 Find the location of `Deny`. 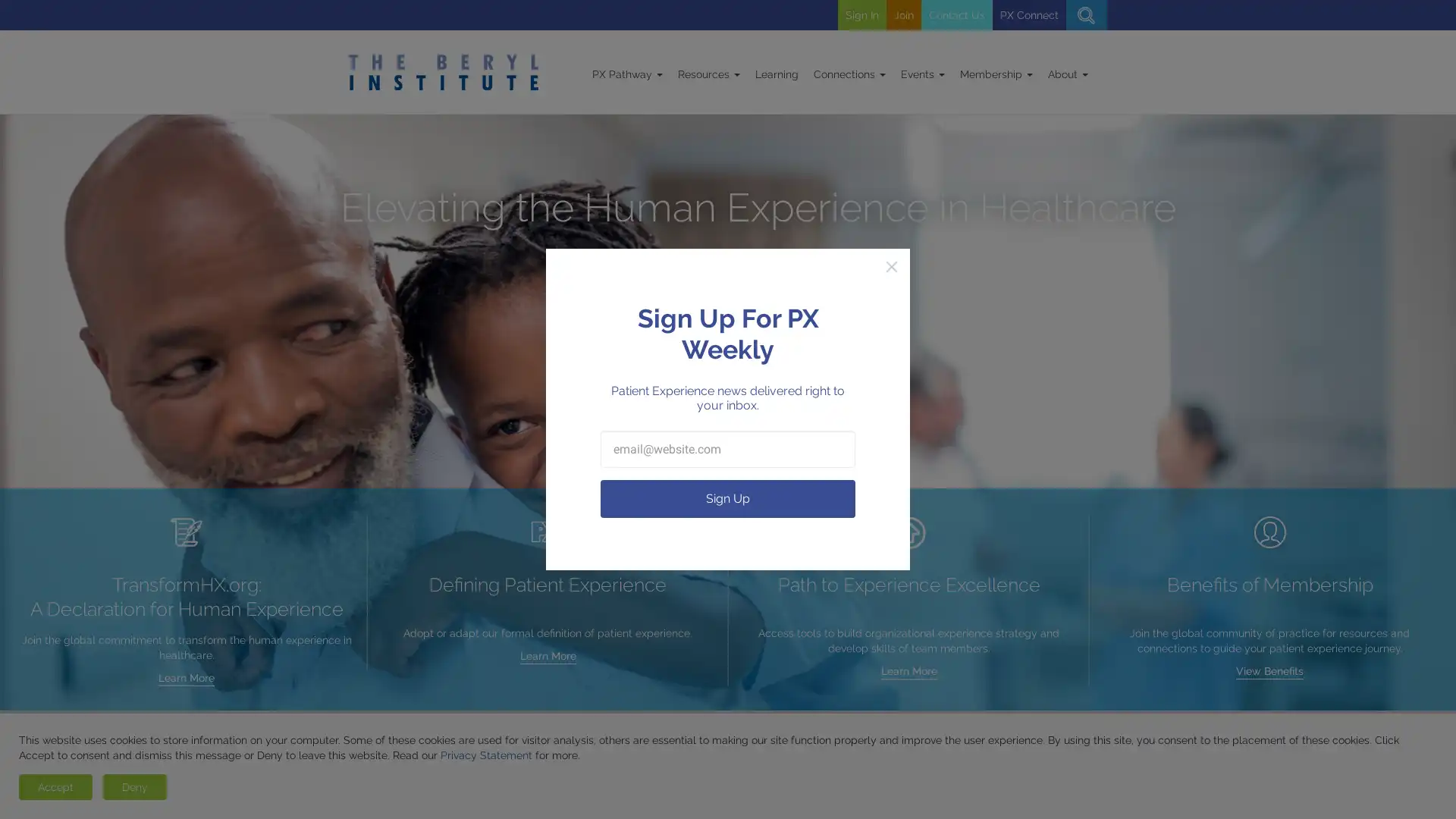

Deny is located at coordinates (134, 786).